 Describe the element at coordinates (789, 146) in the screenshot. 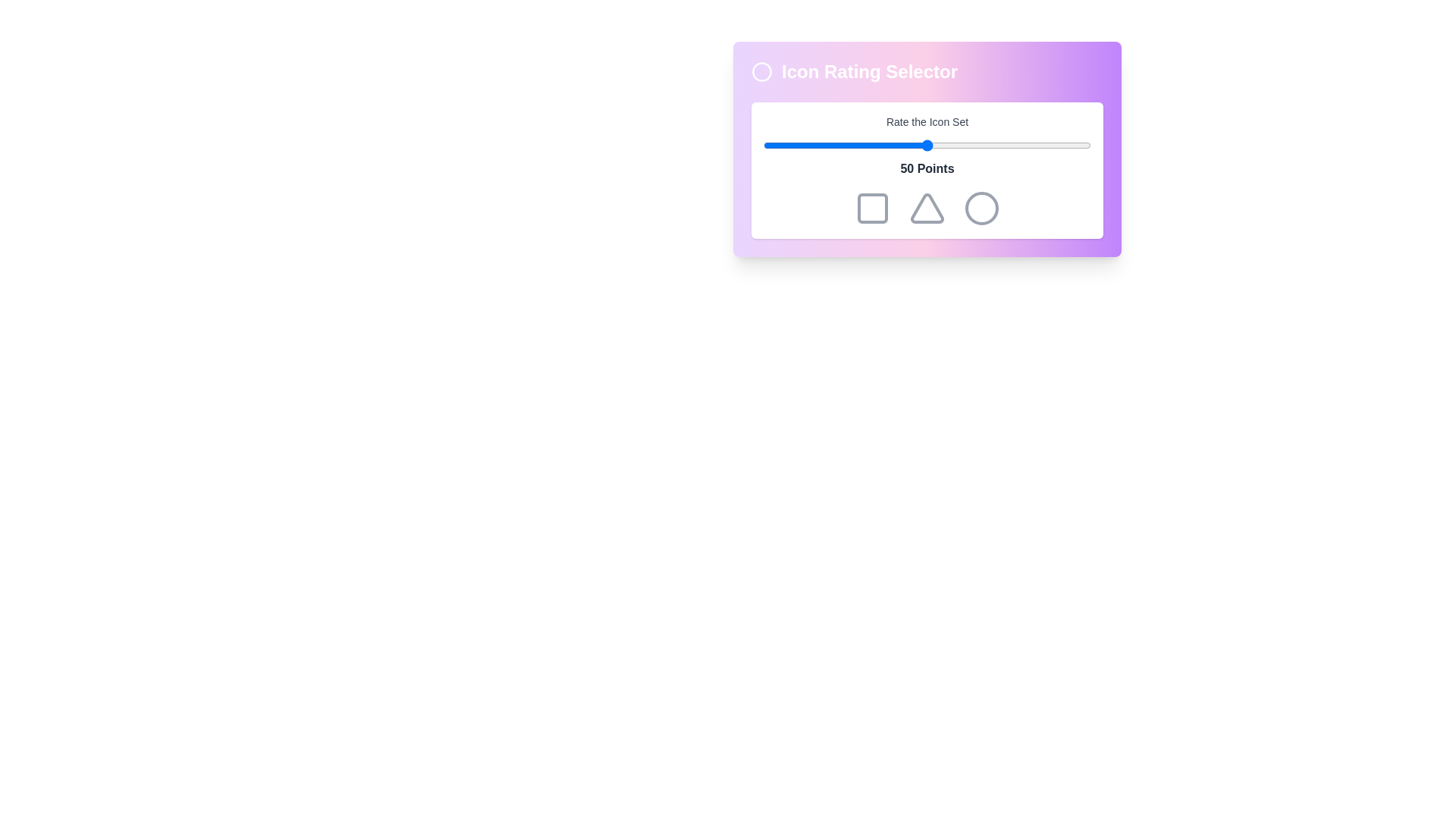

I see `the rating to 8 by moving the slider` at that location.